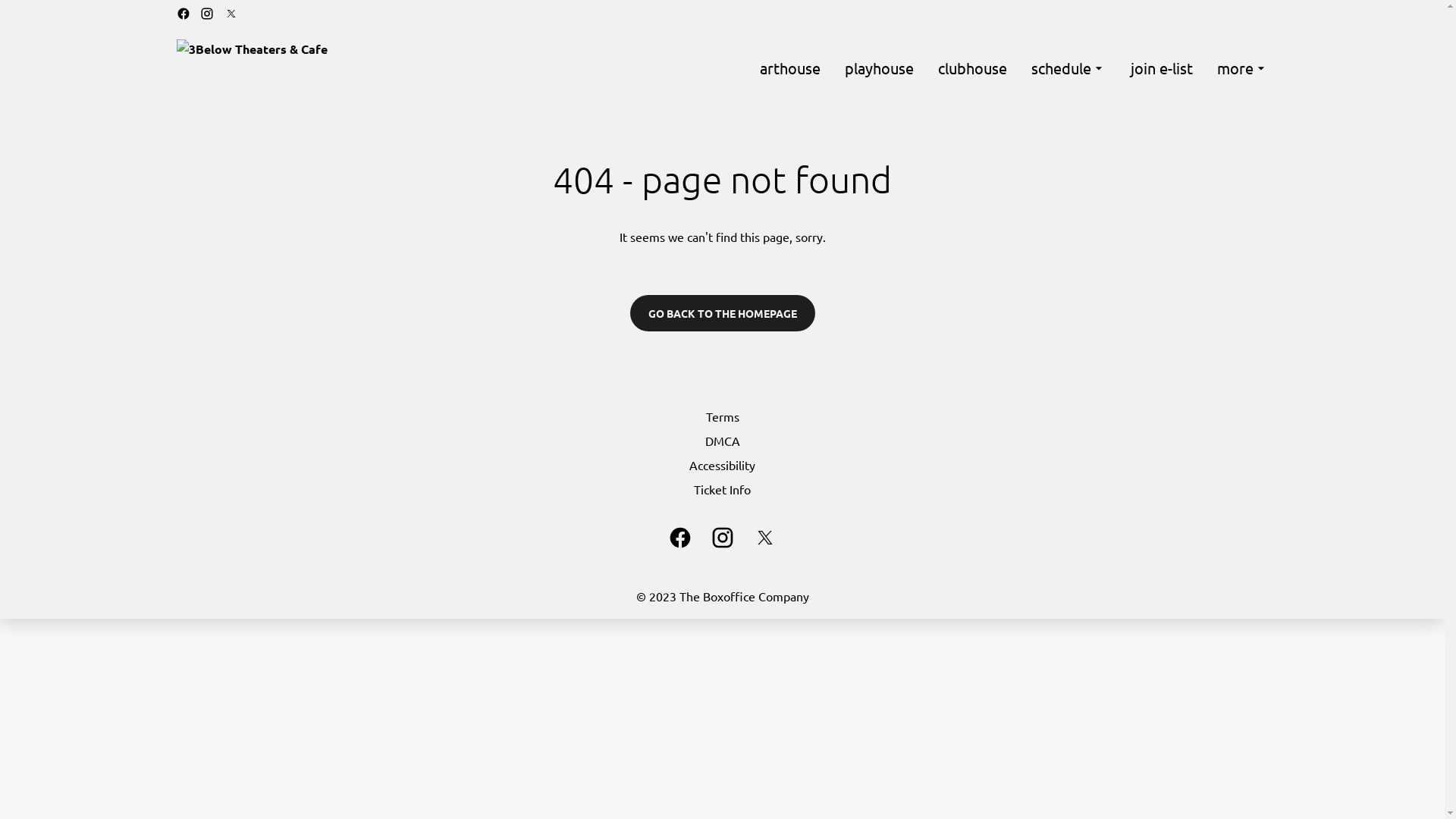 The image size is (1456, 819). Describe the element at coordinates (679, 537) in the screenshot. I see `'facebook'` at that location.